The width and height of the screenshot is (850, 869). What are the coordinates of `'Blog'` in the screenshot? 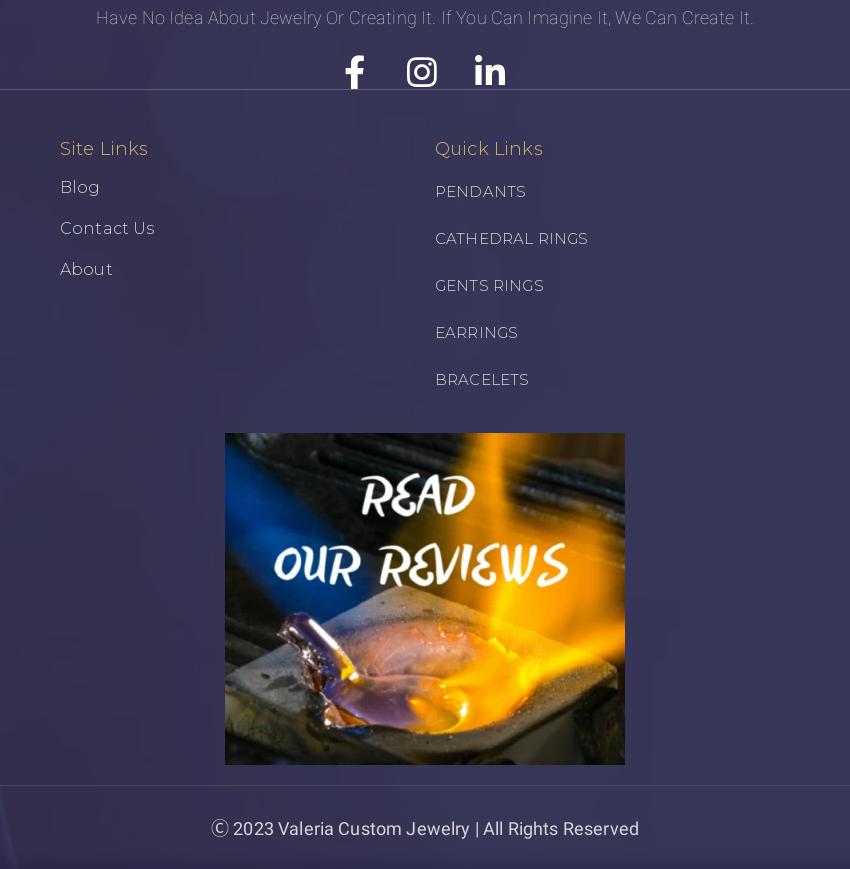 It's located at (79, 185).